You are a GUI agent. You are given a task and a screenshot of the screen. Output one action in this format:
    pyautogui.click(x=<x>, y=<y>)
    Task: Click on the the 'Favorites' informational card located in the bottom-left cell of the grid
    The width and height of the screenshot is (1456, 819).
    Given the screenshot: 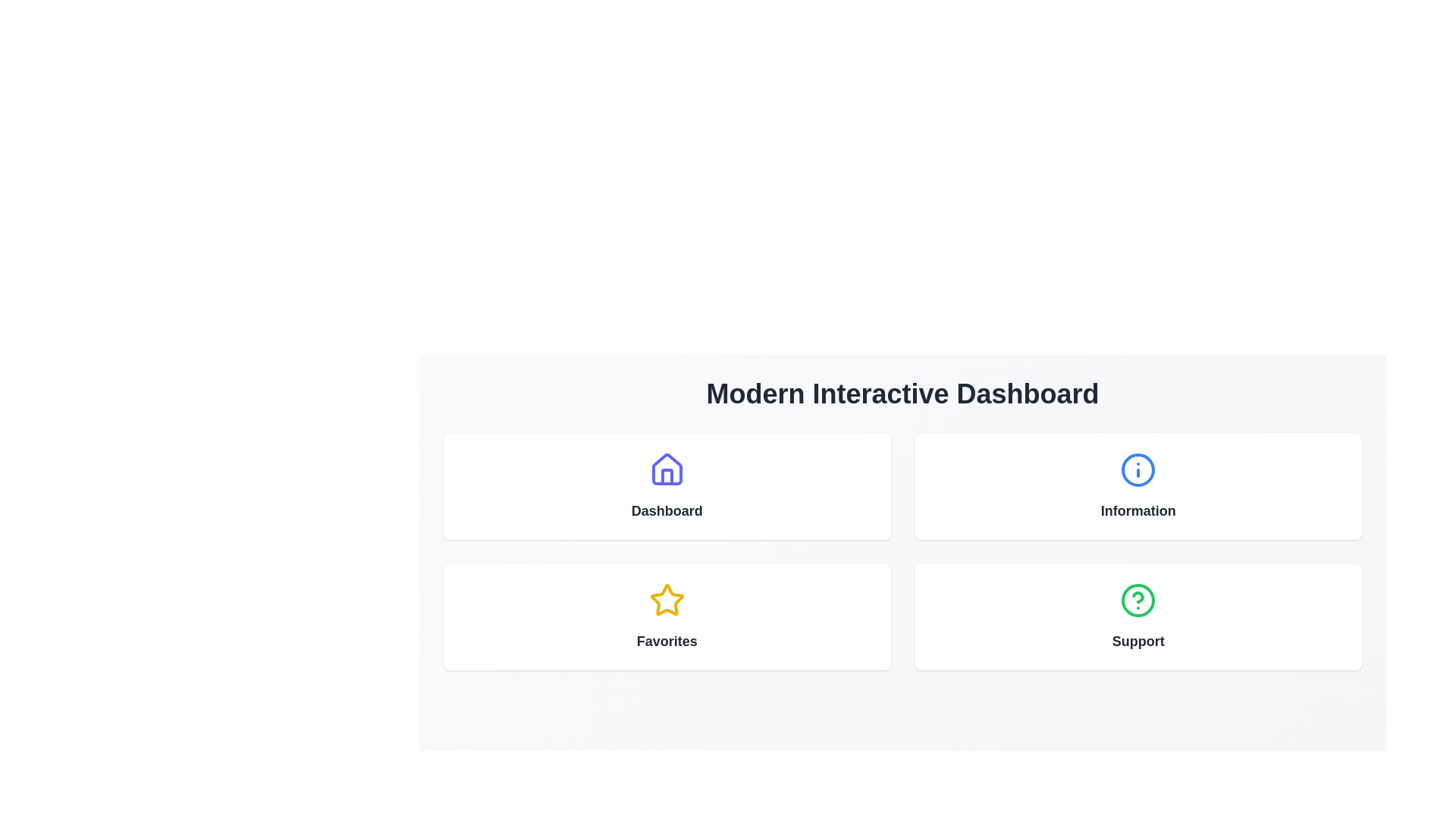 What is the action you would take?
    pyautogui.click(x=667, y=617)
    